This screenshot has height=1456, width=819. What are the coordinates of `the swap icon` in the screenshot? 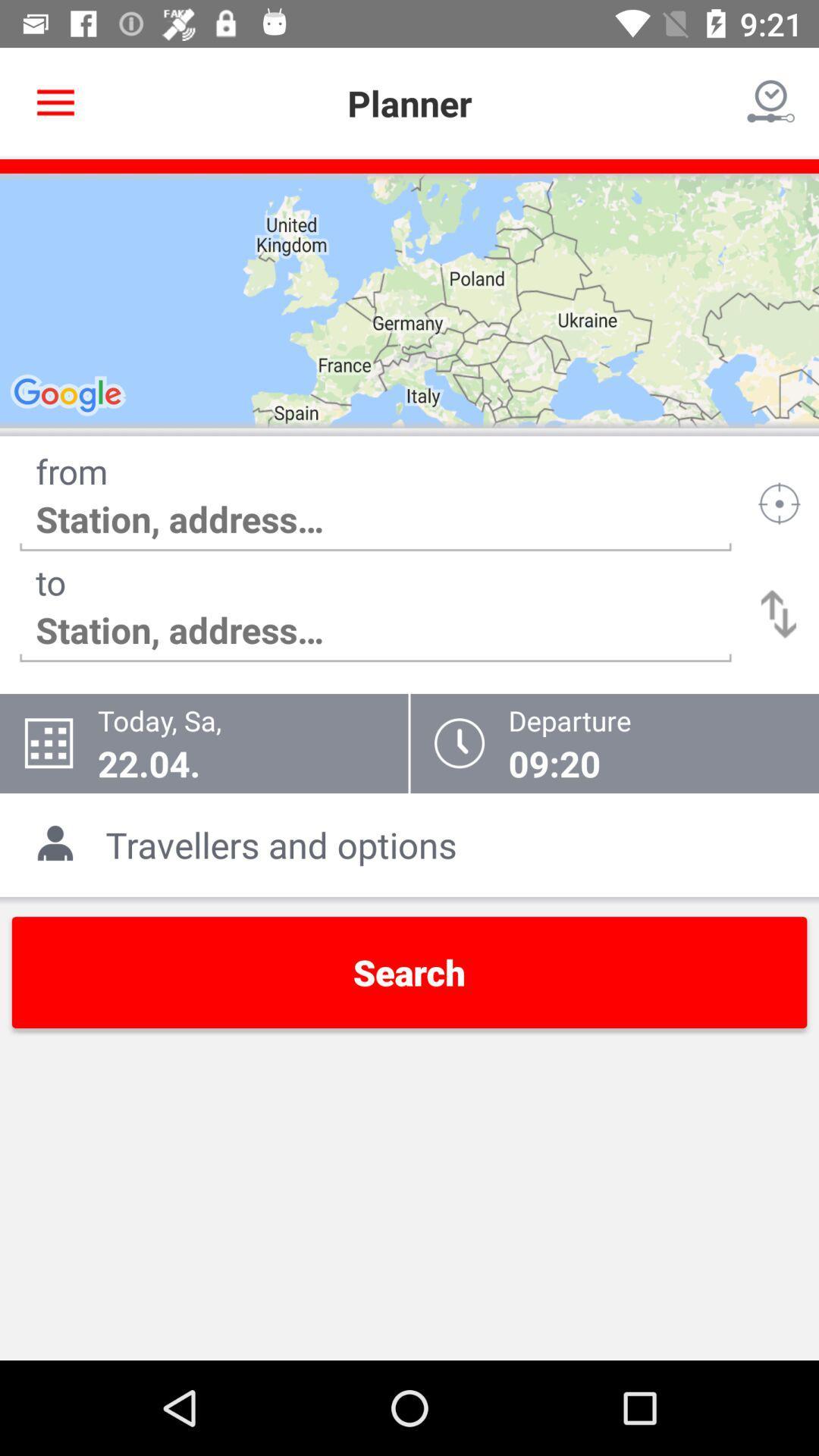 It's located at (779, 614).